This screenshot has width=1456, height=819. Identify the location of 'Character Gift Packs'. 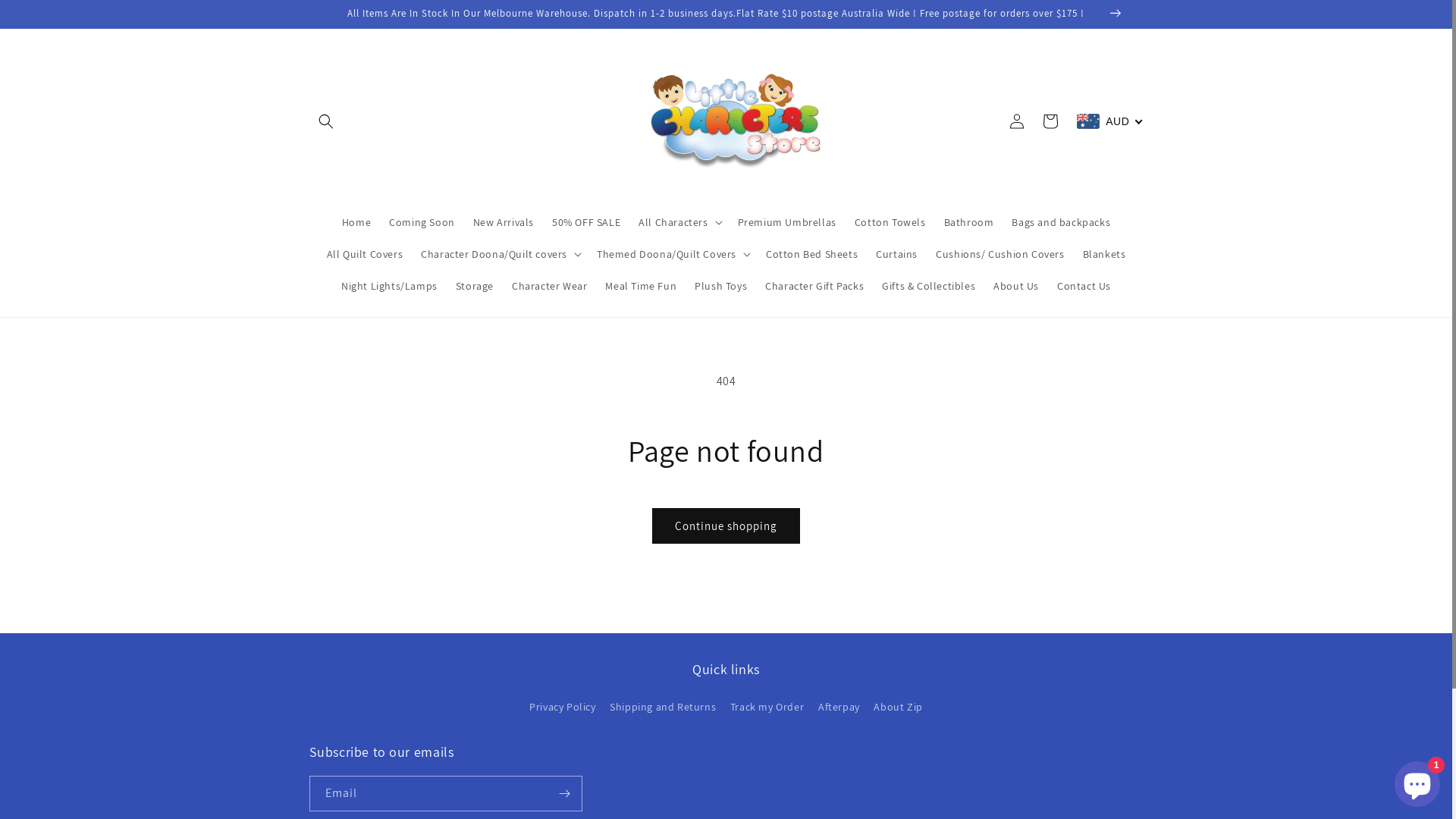
(814, 286).